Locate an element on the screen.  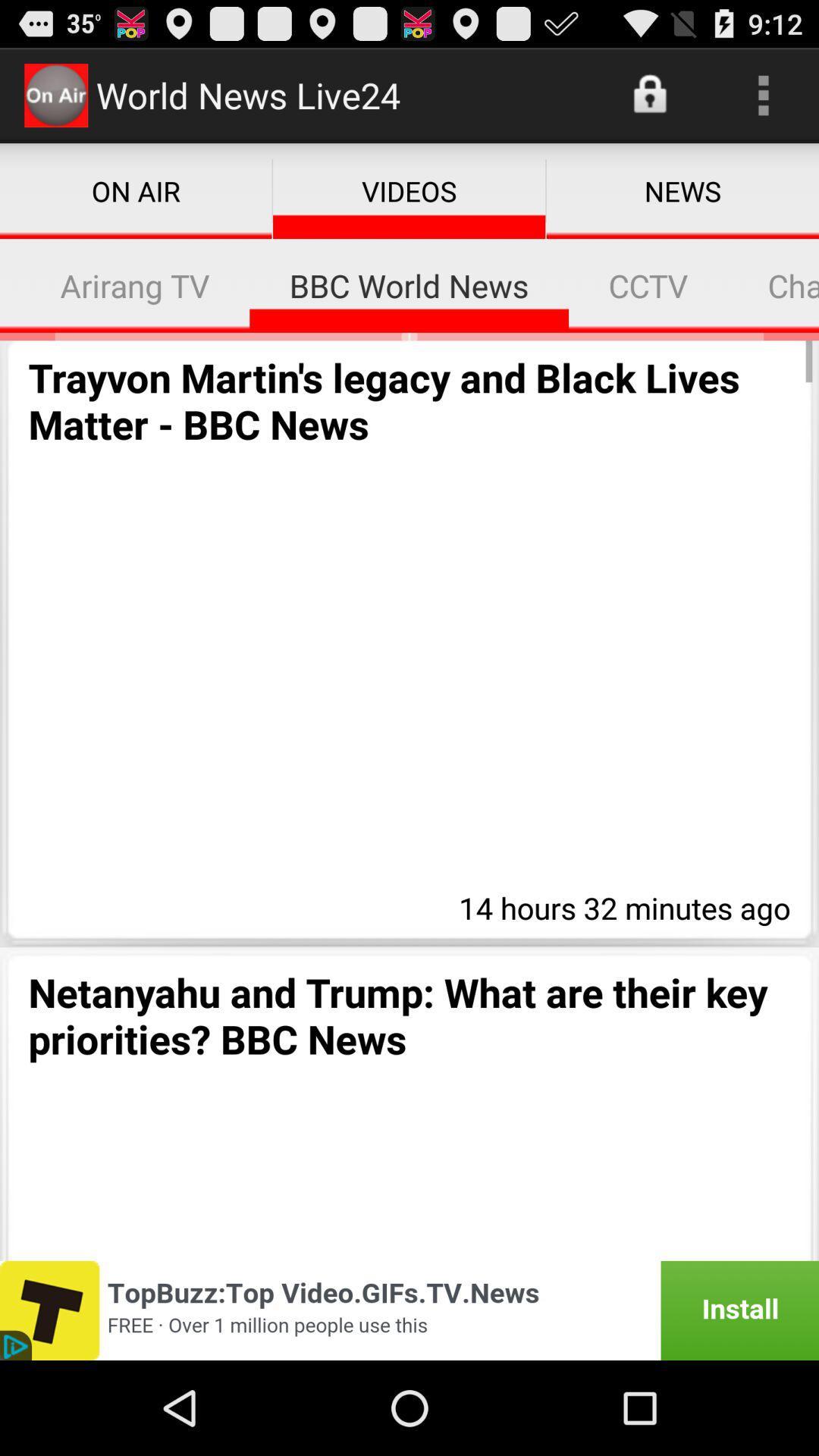
install advertisement is located at coordinates (409, 1310).